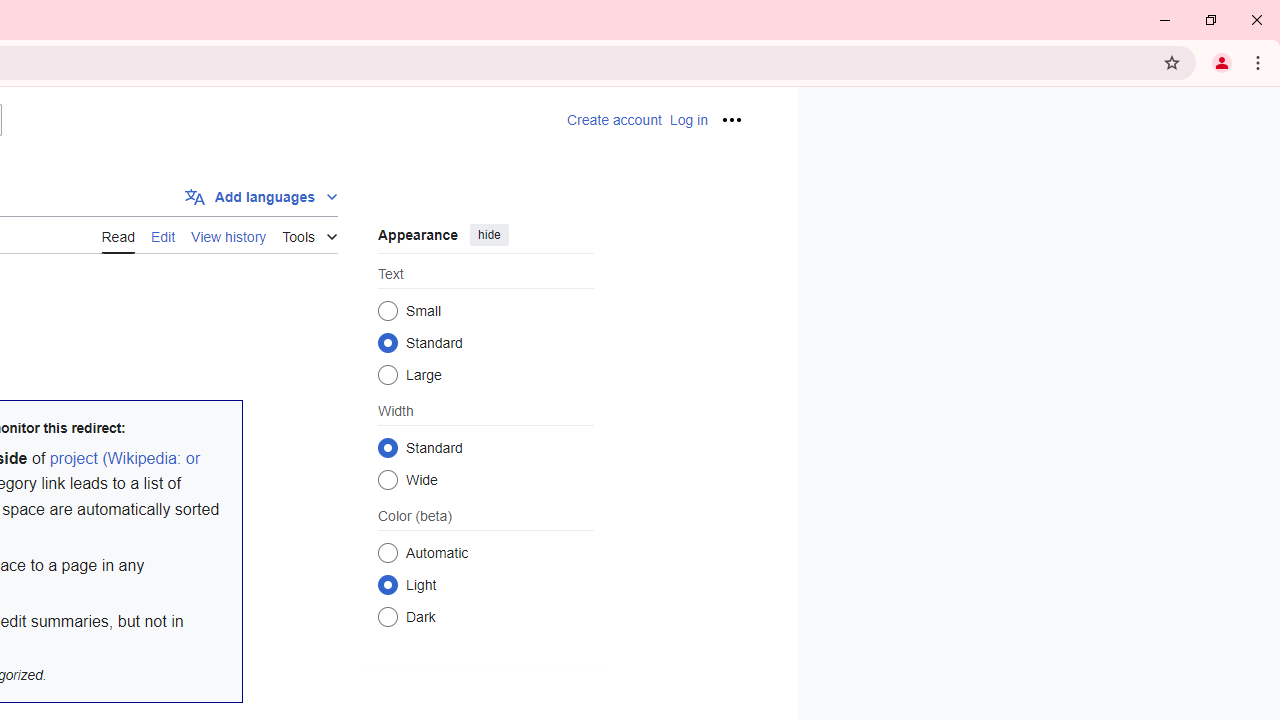  Describe the element at coordinates (612, 120) in the screenshot. I see `'Create account'` at that location.